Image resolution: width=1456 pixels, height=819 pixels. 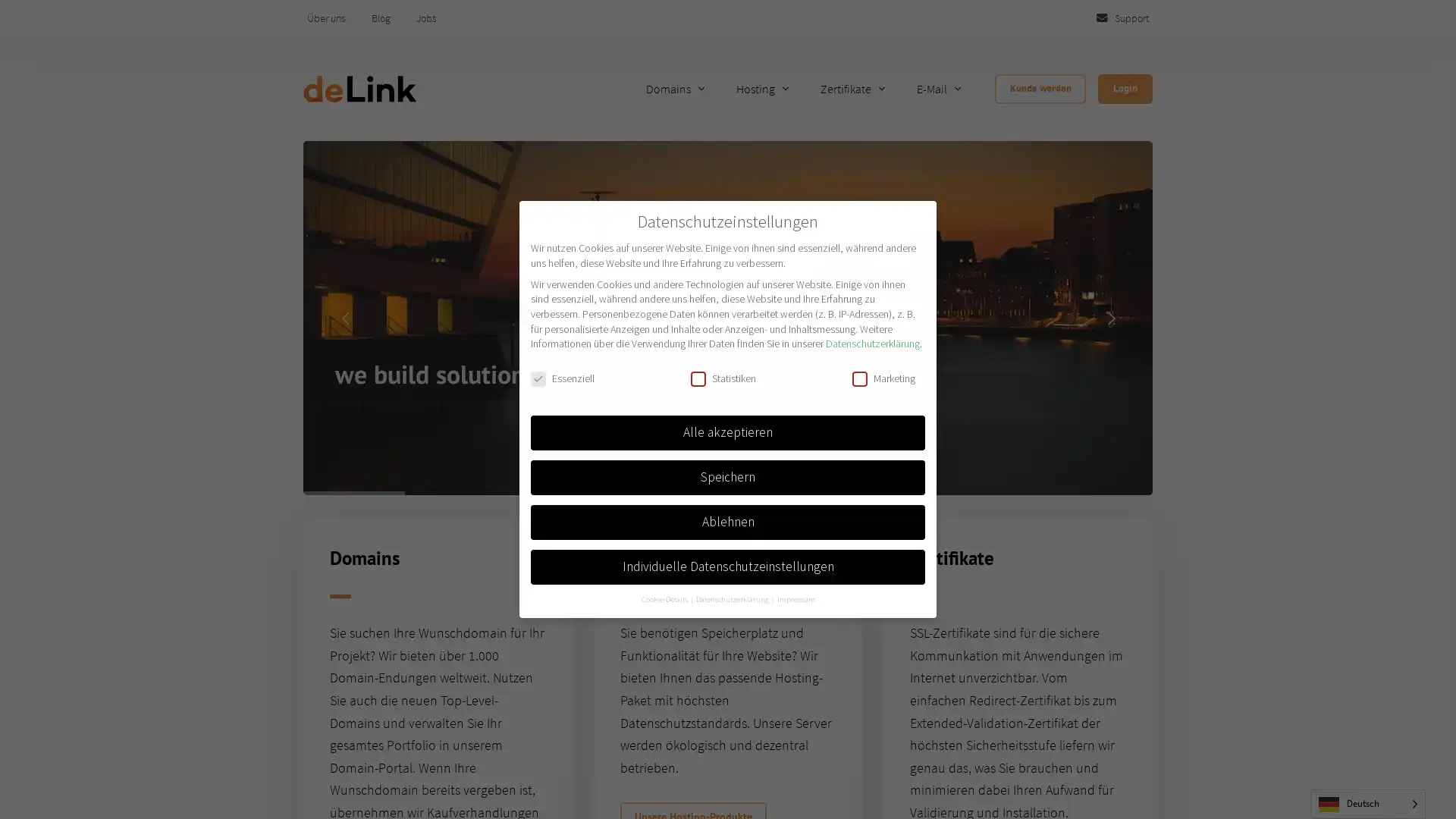 I want to click on Individuelle Datenschutzeinstellungen, so click(x=728, y=566).